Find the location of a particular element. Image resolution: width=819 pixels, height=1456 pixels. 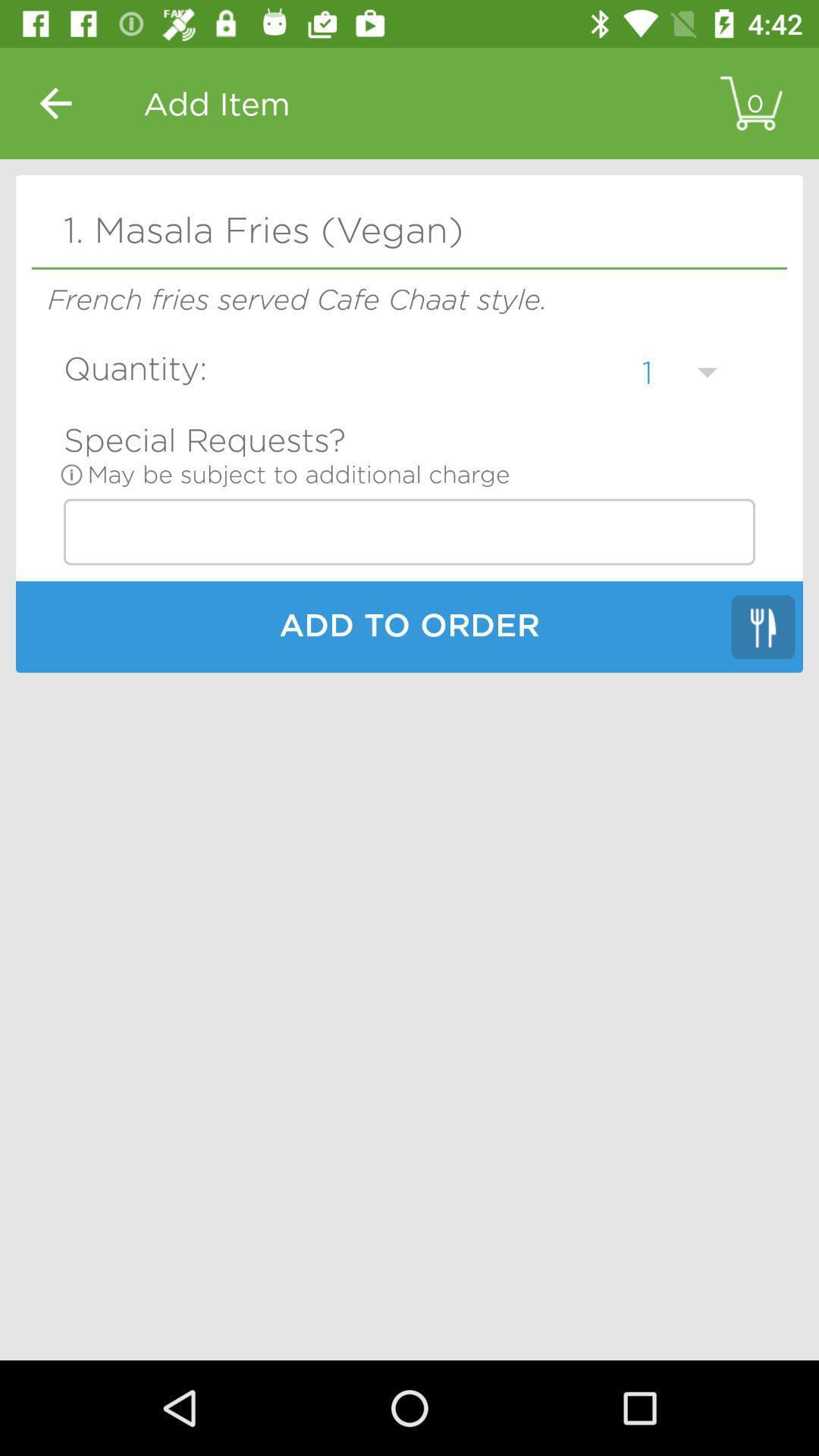

text is located at coordinates (409, 532).